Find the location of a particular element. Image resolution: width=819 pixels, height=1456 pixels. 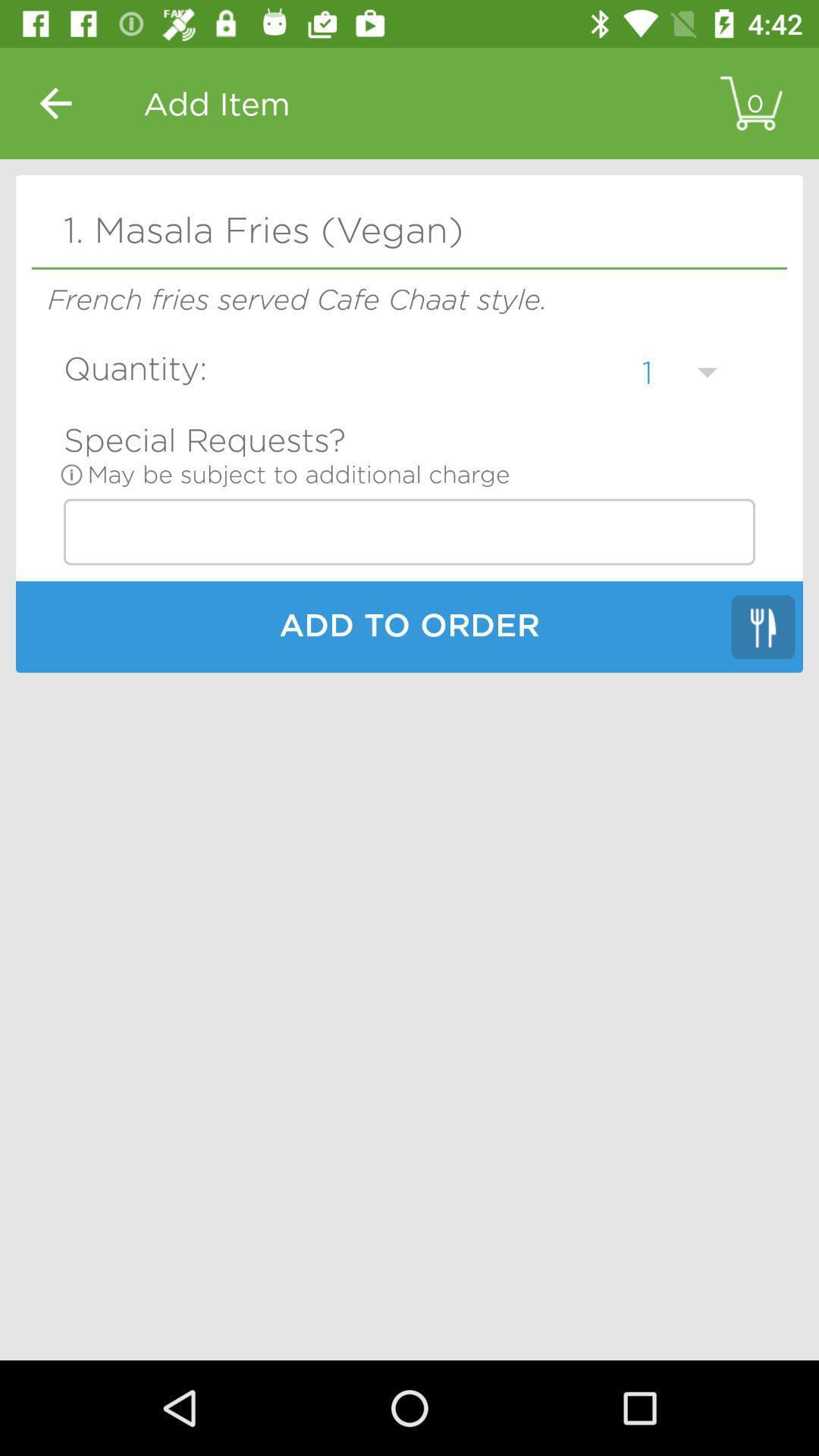

text is located at coordinates (409, 532).